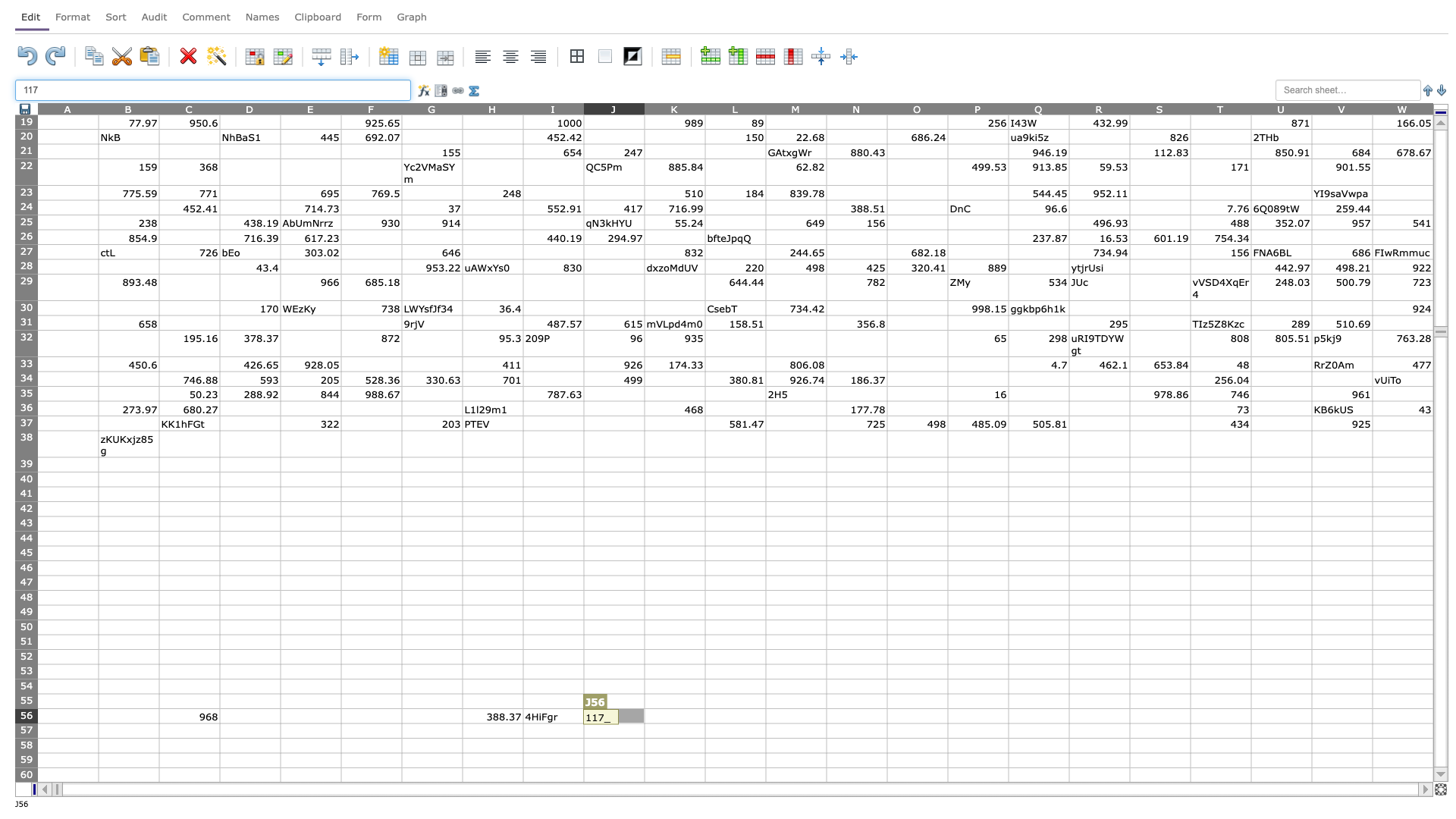 Image resolution: width=1456 pixels, height=819 pixels. Describe the element at coordinates (673, 716) in the screenshot. I see `K56` at that location.